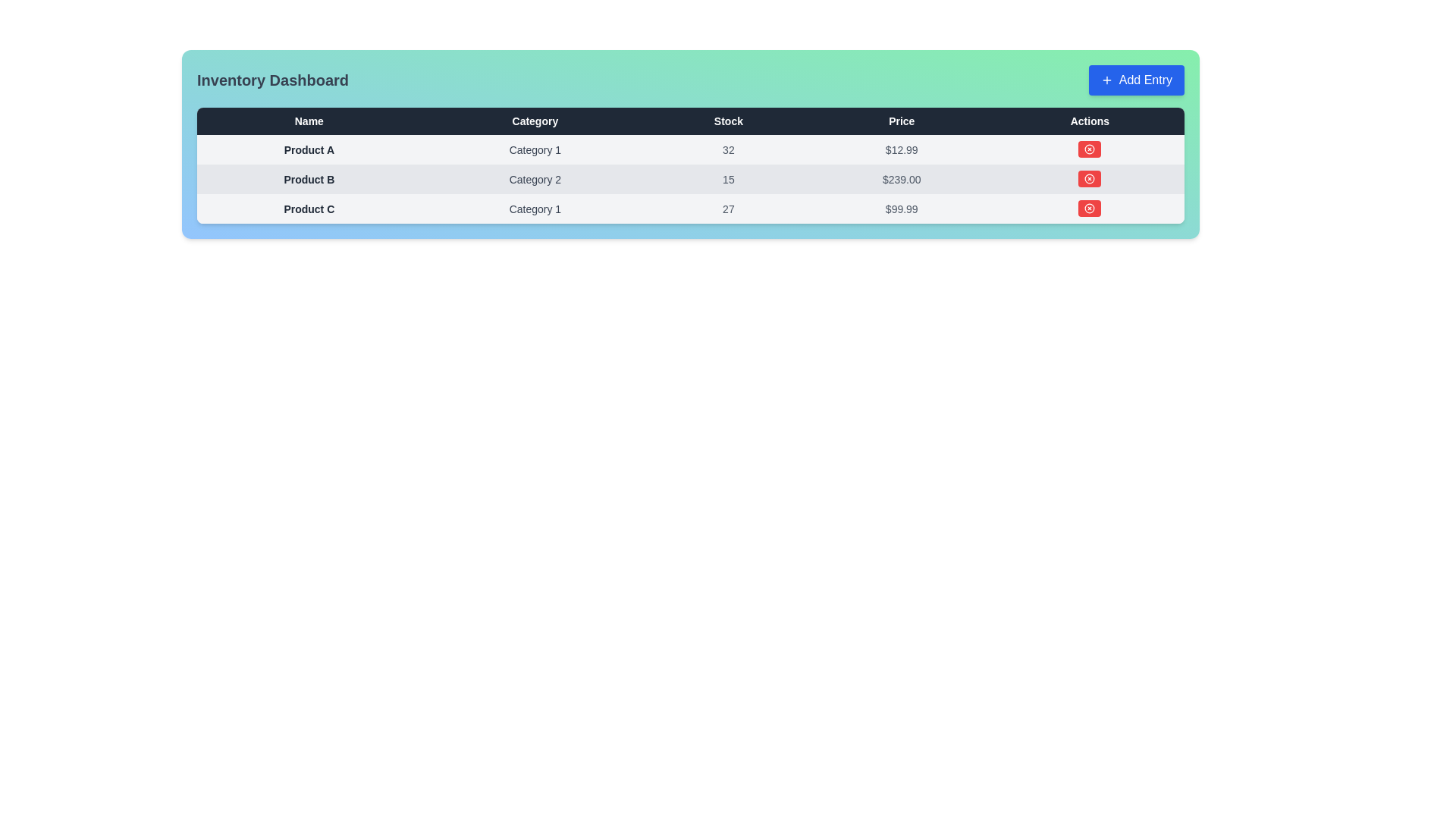 The width and height of the screenshot is (1456, 819). What do you see at coordinates (535, 209) in the screenshot?
I see `the static text label reading 'Category 1' located in the 'Category' column under 'Product C' in the third row of the table` at bounding box center [535, 209].